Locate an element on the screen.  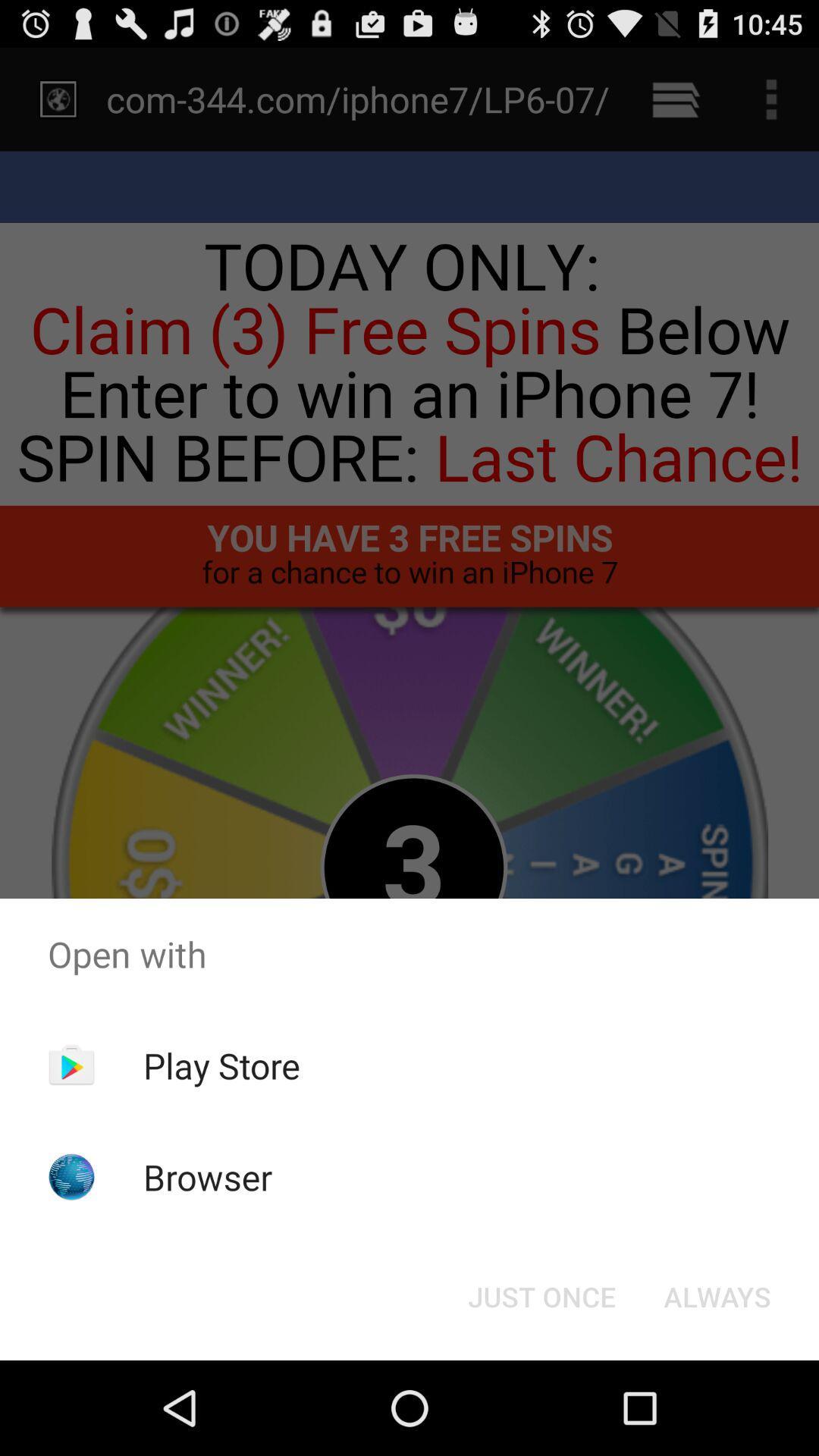
the browser app is located at coordinates (208, 1176).